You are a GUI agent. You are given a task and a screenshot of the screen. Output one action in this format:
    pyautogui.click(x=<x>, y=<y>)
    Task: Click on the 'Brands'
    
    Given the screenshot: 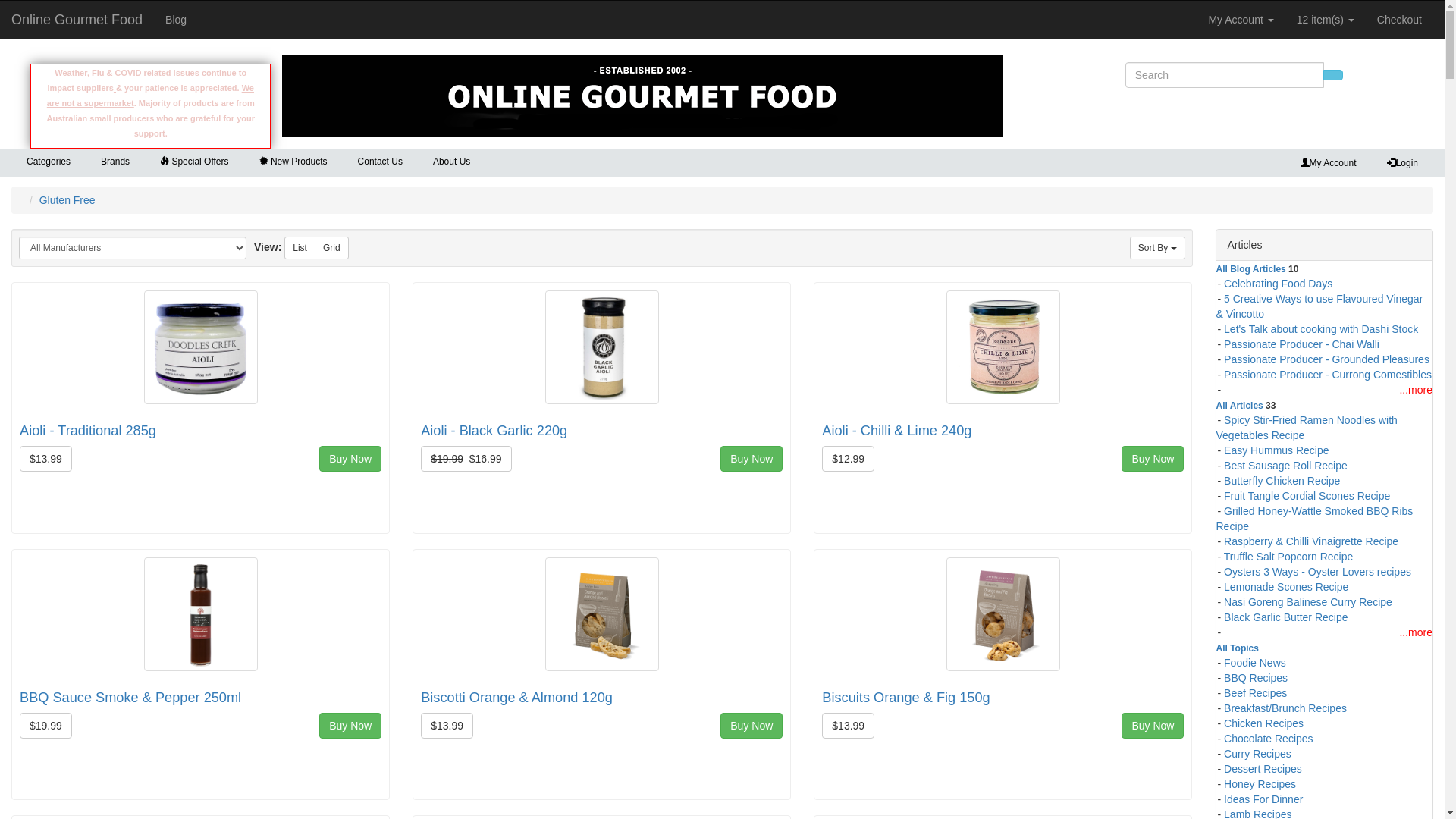 What is the action you would take?
    pyautogui.click(x=115, y=160)
    